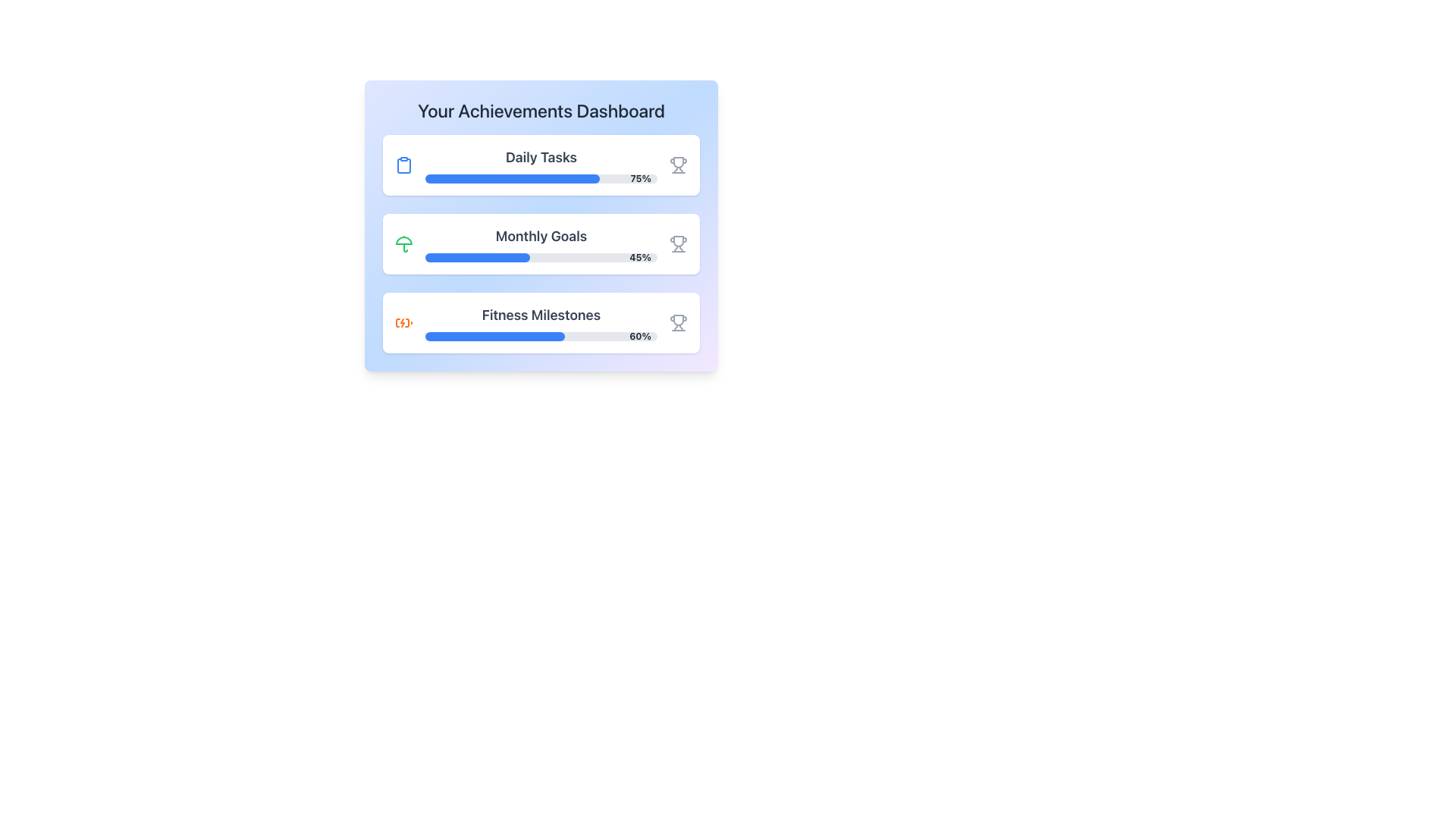 The width and height of the screenshot is (1456, 819). What do you see at coordinates (643, 335) in the screenshot?
I see `the text label displaying '60%' in bold, dark gray font, which is located at the far-right end of the 'Fitness Milestones' progress bar` at bounding box center [643, 335].